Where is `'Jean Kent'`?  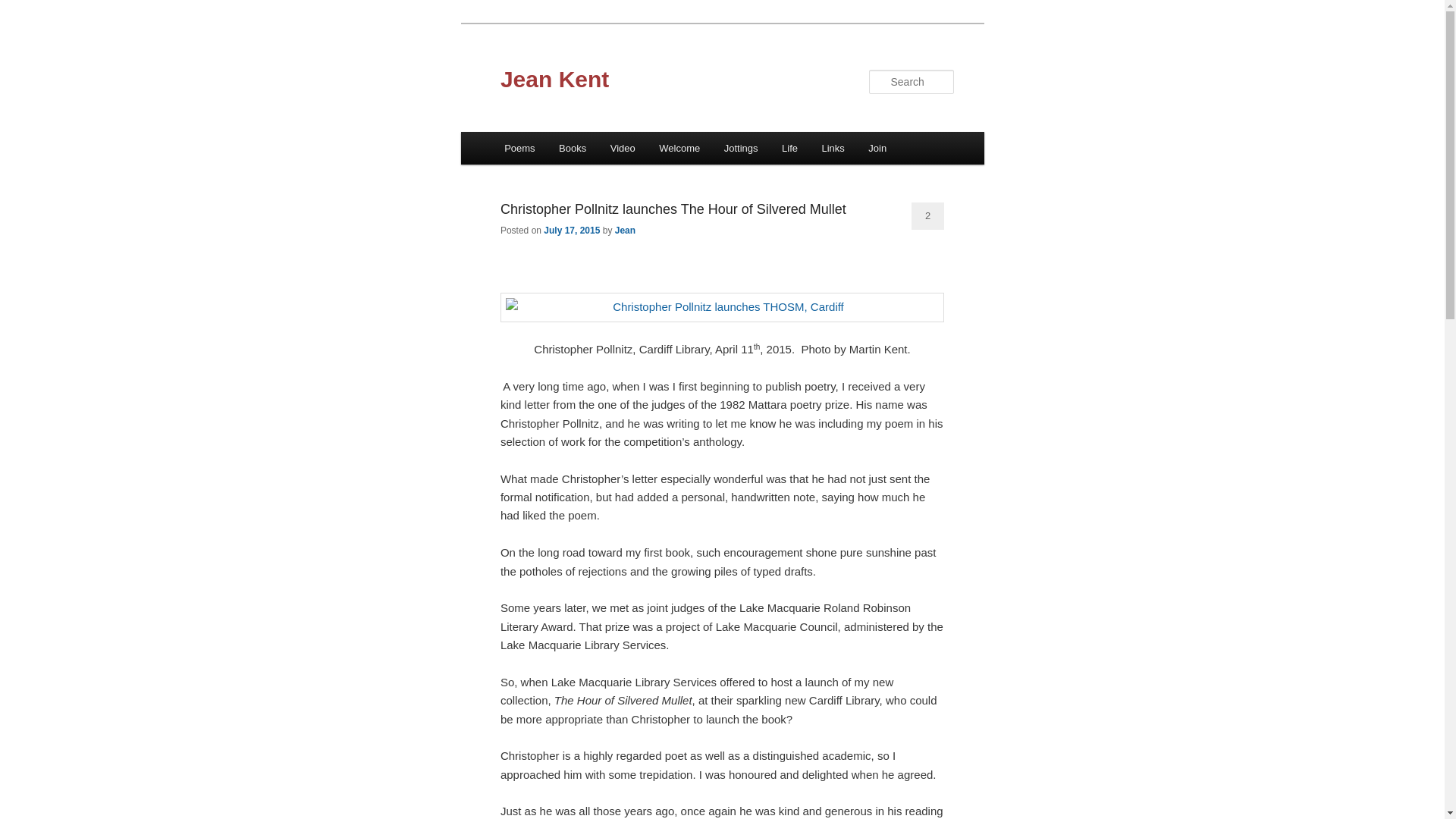
'Jean Kent' is located at coordinates (554, 79).